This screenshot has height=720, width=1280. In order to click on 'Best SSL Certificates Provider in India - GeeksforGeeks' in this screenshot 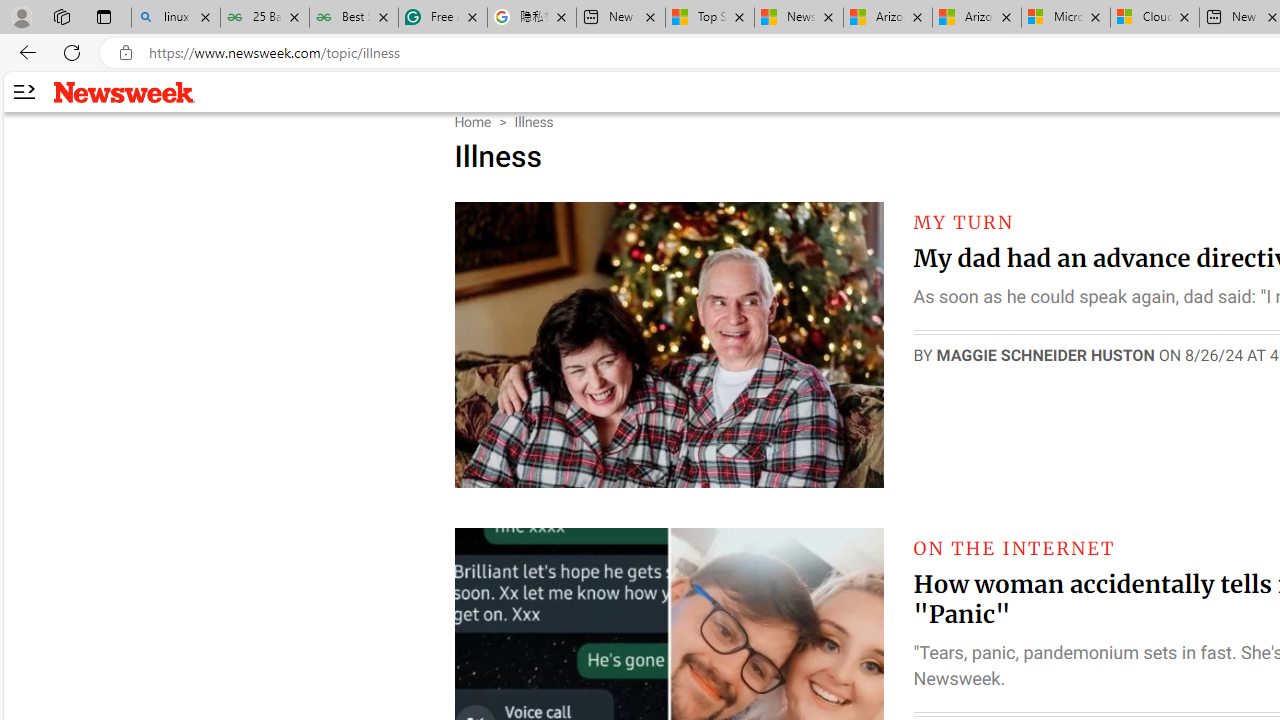, I will do `click(353, 17)`.